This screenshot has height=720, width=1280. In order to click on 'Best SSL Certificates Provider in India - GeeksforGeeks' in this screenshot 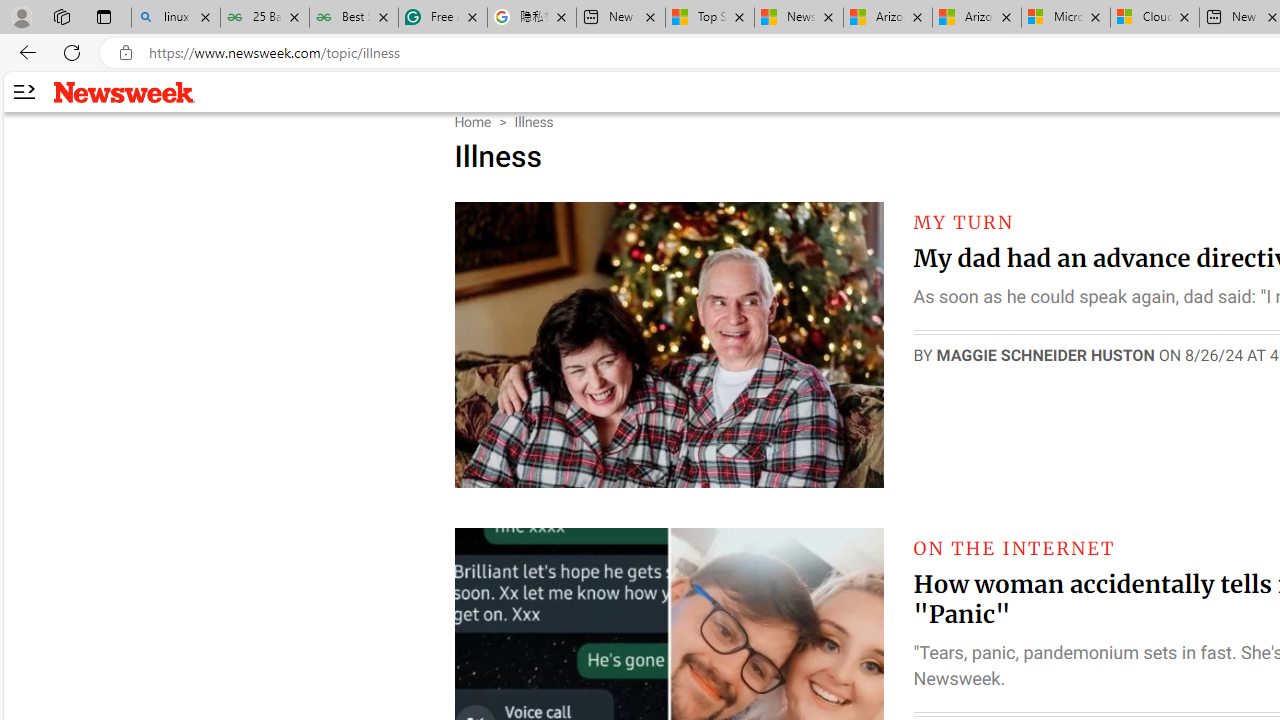, I will do `click(353, 17)`.